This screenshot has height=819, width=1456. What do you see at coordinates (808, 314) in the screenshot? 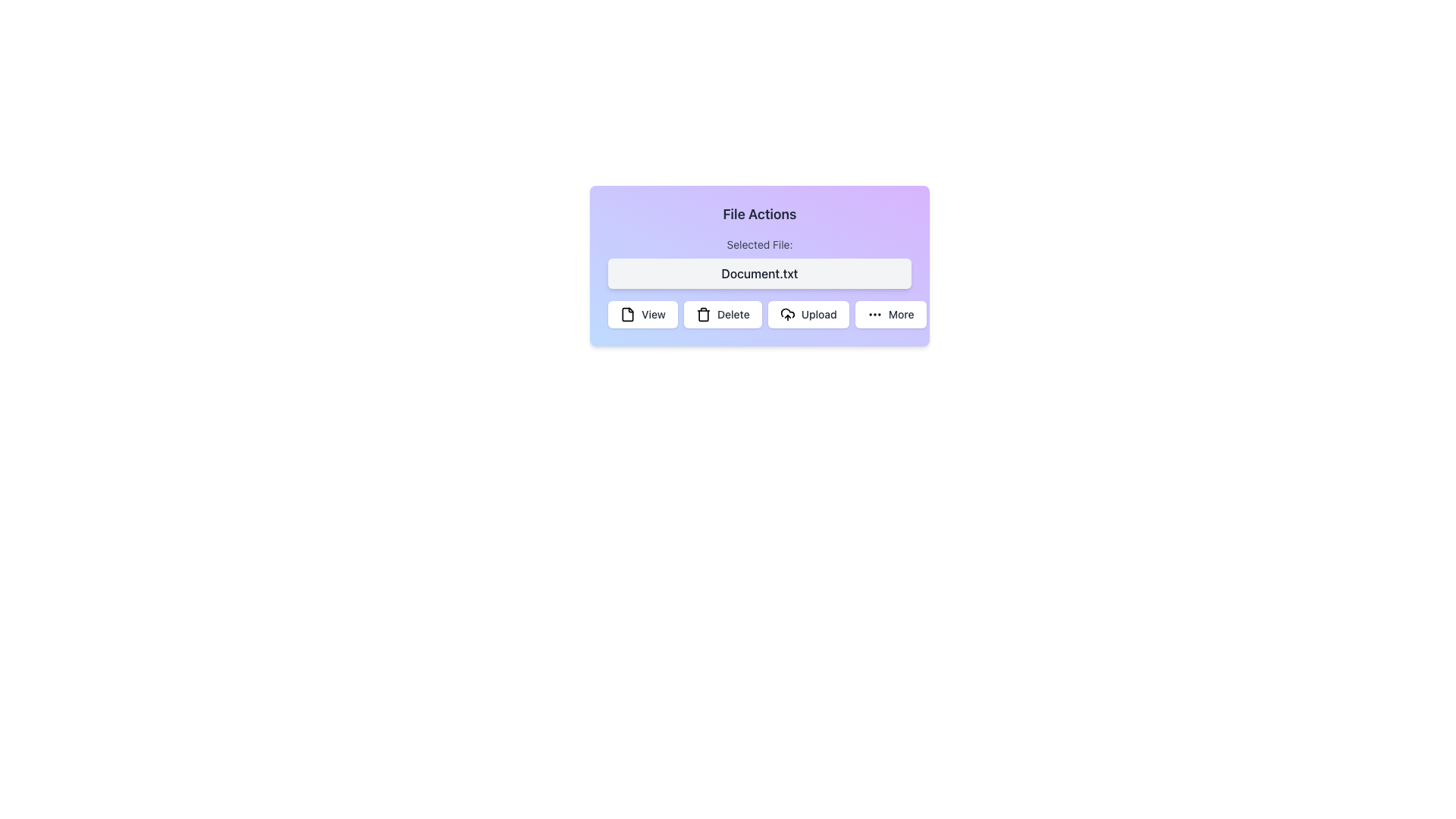
I see `the 'Upload' button, which is the third button in the 'File Actions' section` at bounding box center [808, 314].